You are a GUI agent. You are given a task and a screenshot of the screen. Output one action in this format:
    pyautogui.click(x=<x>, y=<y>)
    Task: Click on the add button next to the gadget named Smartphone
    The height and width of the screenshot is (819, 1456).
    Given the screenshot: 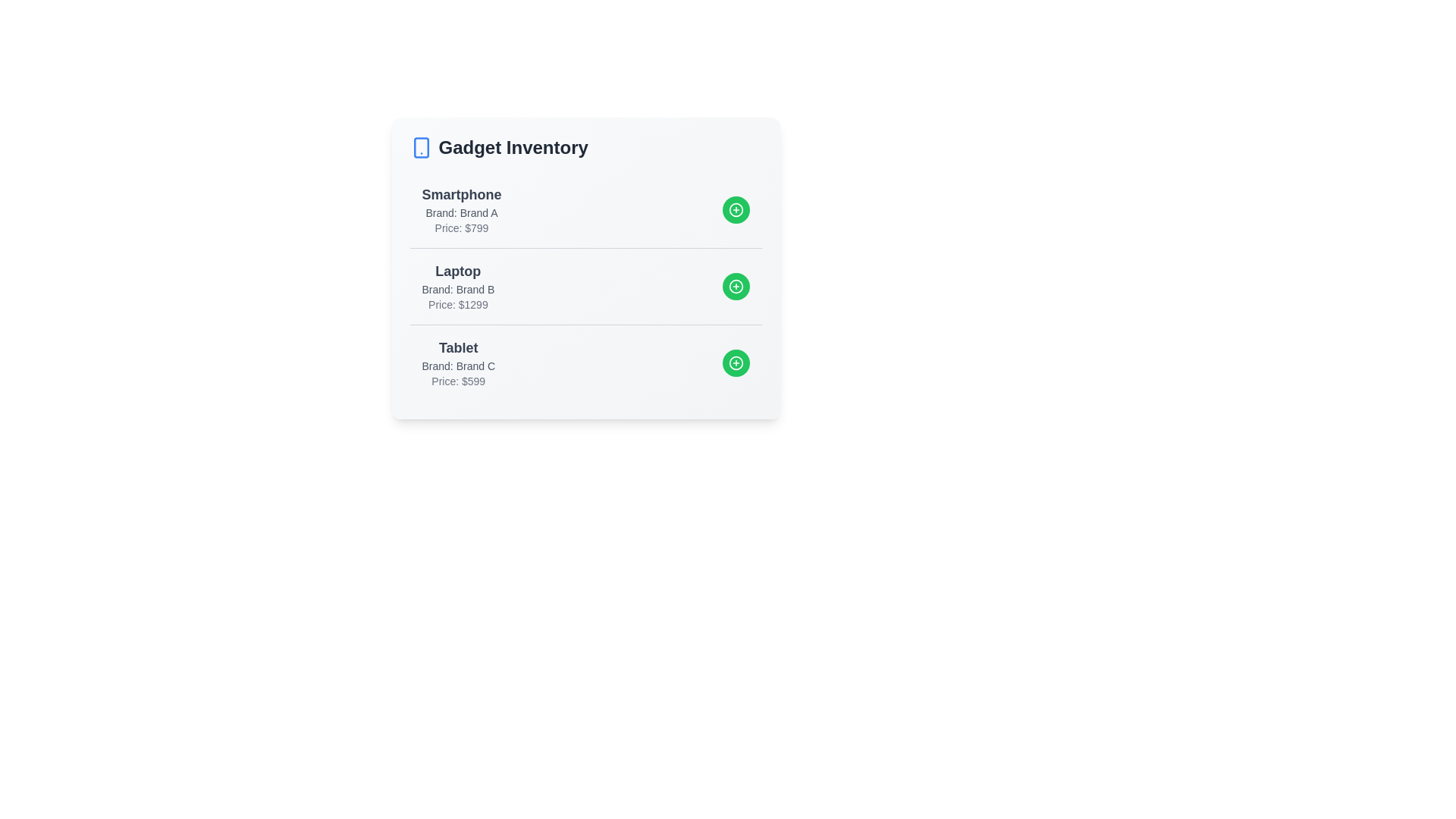 What is the action you would take?
    pyautogui.click(x=736, y=210)
    